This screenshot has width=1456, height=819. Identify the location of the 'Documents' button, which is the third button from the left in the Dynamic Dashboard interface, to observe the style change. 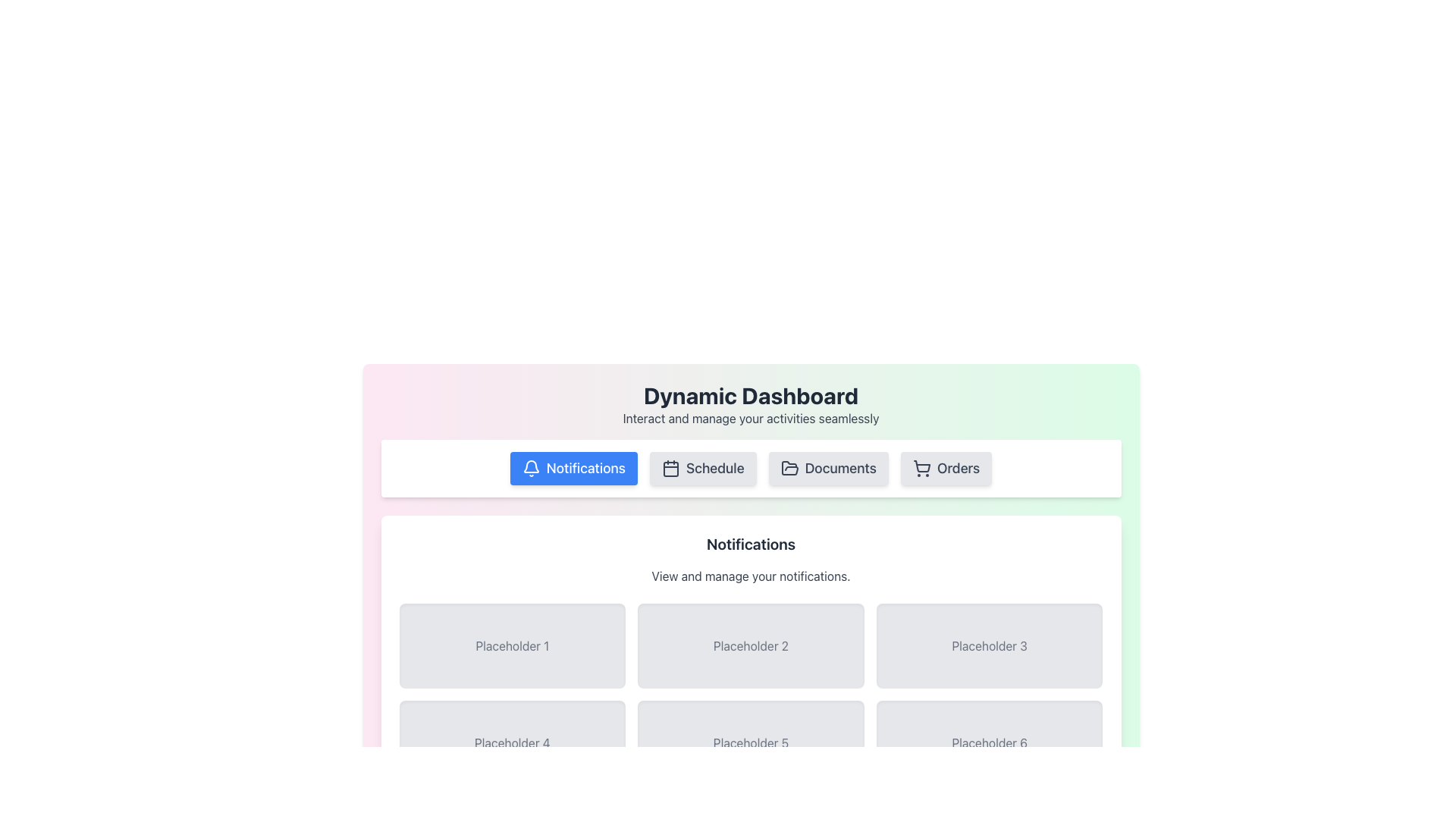
(827, 467).